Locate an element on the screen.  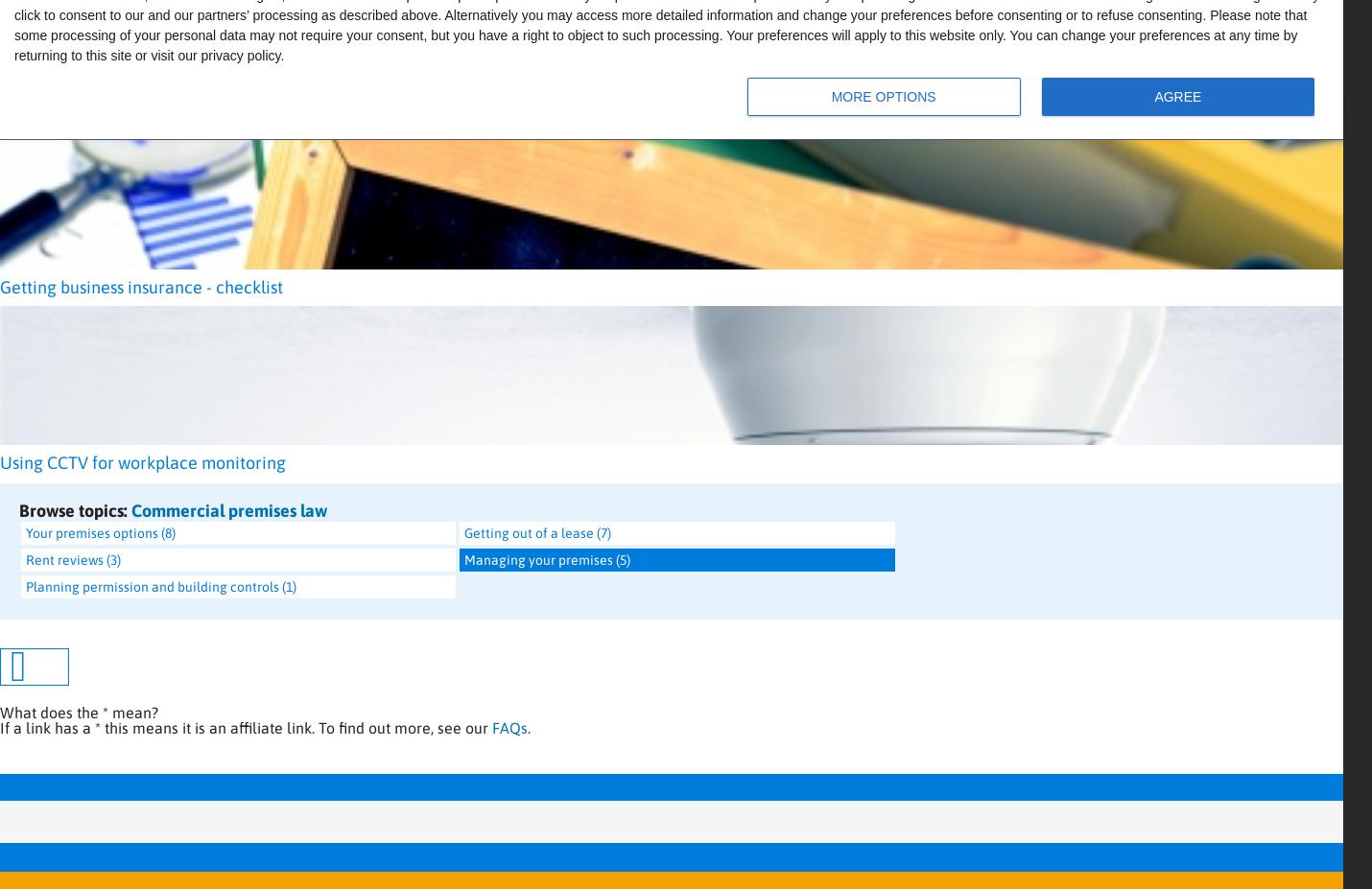
'Getting out of a lease (7)' is located at coordinates (464, 533).